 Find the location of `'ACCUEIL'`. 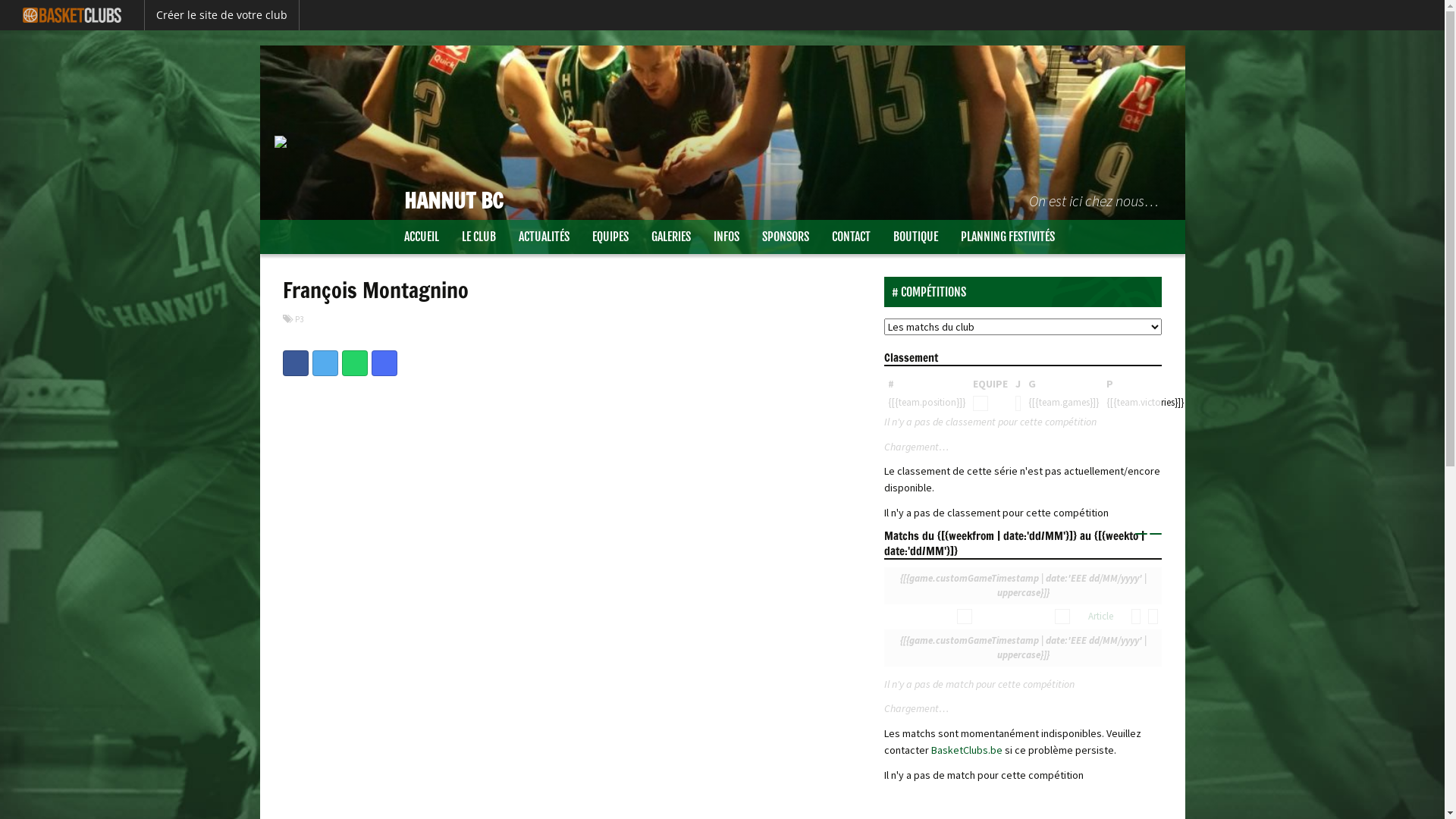

'ACCUEIL' is located at coordinates (422, 237).